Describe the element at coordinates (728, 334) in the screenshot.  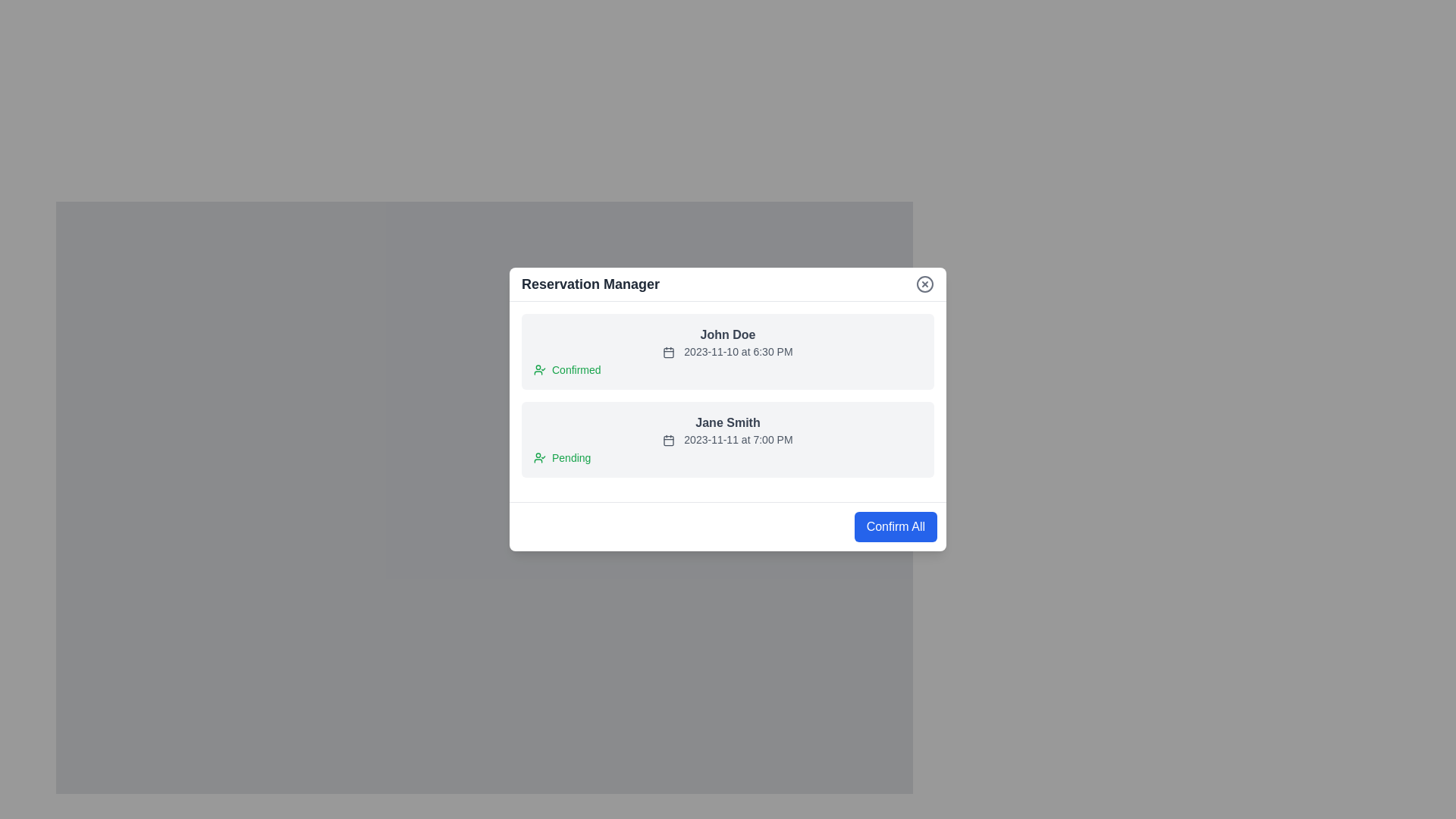
I see `the text label displaying 'John Doe' in bold gray font at the top of the reservation card in the 'Reservation Manager' interface` at that location.